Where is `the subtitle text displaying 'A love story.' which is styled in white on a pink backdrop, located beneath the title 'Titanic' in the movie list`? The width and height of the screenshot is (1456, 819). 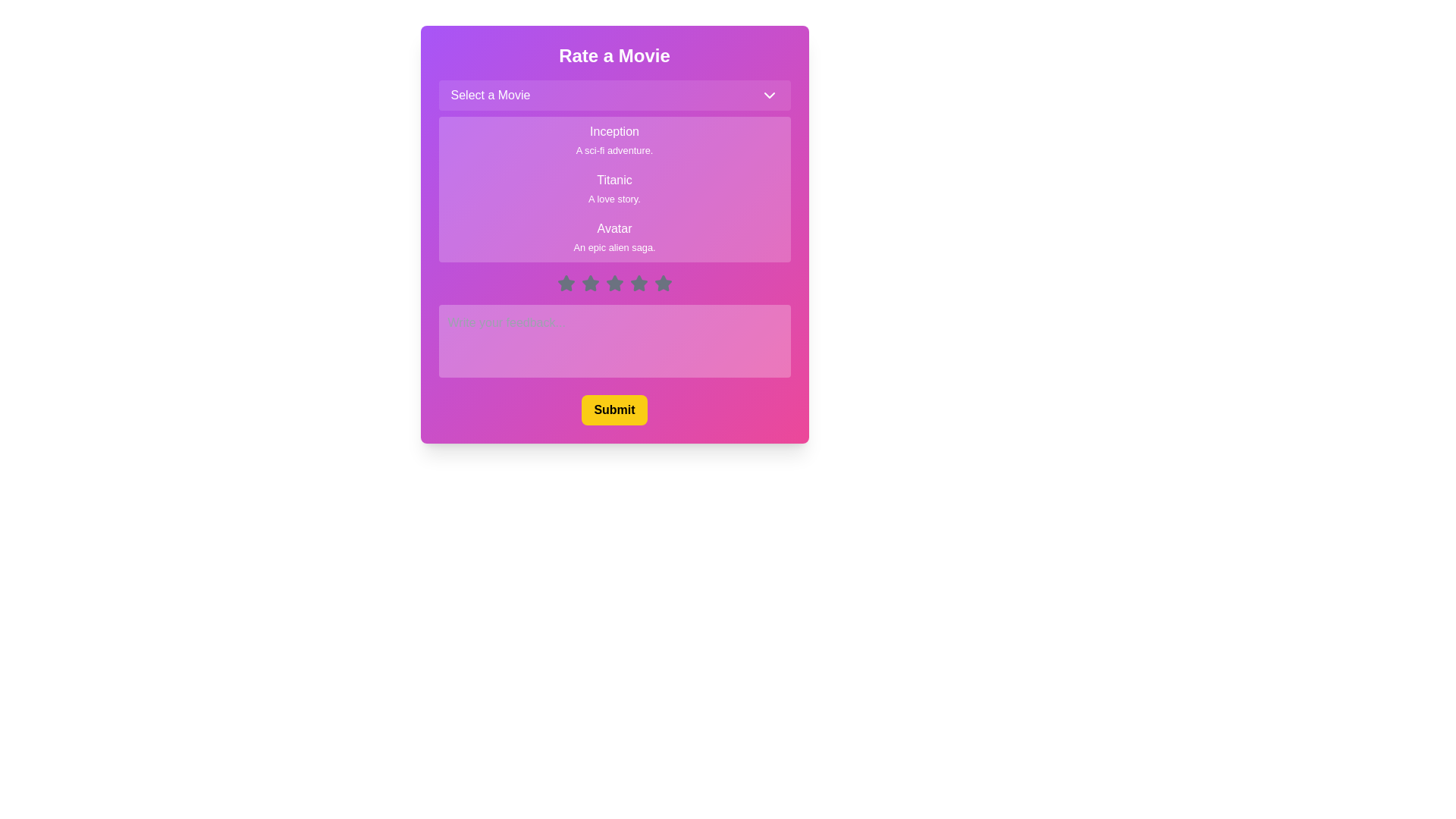
the subtitle text displaying 'A love story.' which is styled in white on a pink backdrop, located beneath the title 'Titanic' in the movie list is located at coordinates (614, 198).